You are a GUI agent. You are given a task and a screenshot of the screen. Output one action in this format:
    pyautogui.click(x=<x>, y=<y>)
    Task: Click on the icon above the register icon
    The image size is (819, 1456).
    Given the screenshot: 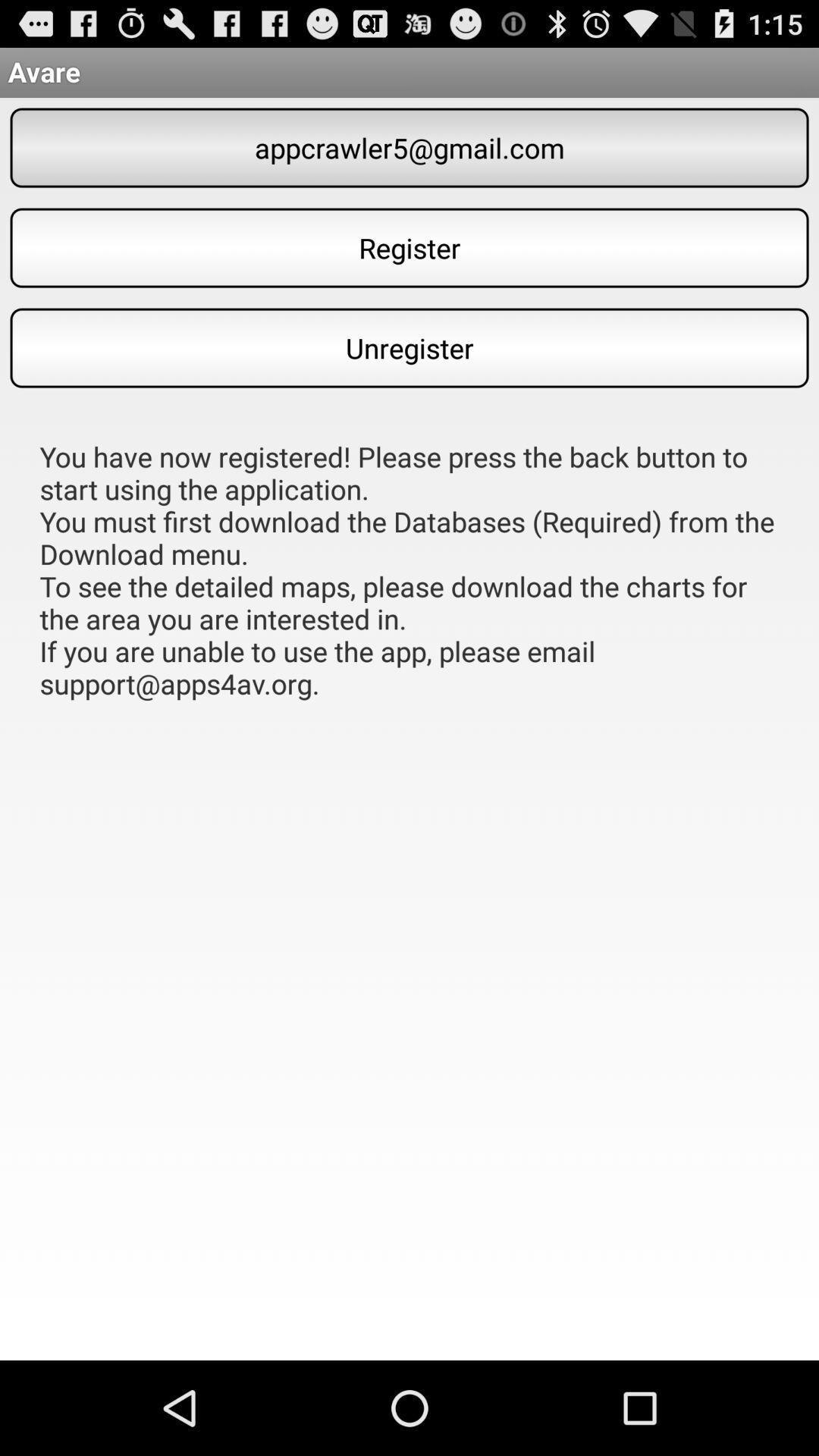 What is the action you would take?
    pyautogui.click(x=409, y=148)
    